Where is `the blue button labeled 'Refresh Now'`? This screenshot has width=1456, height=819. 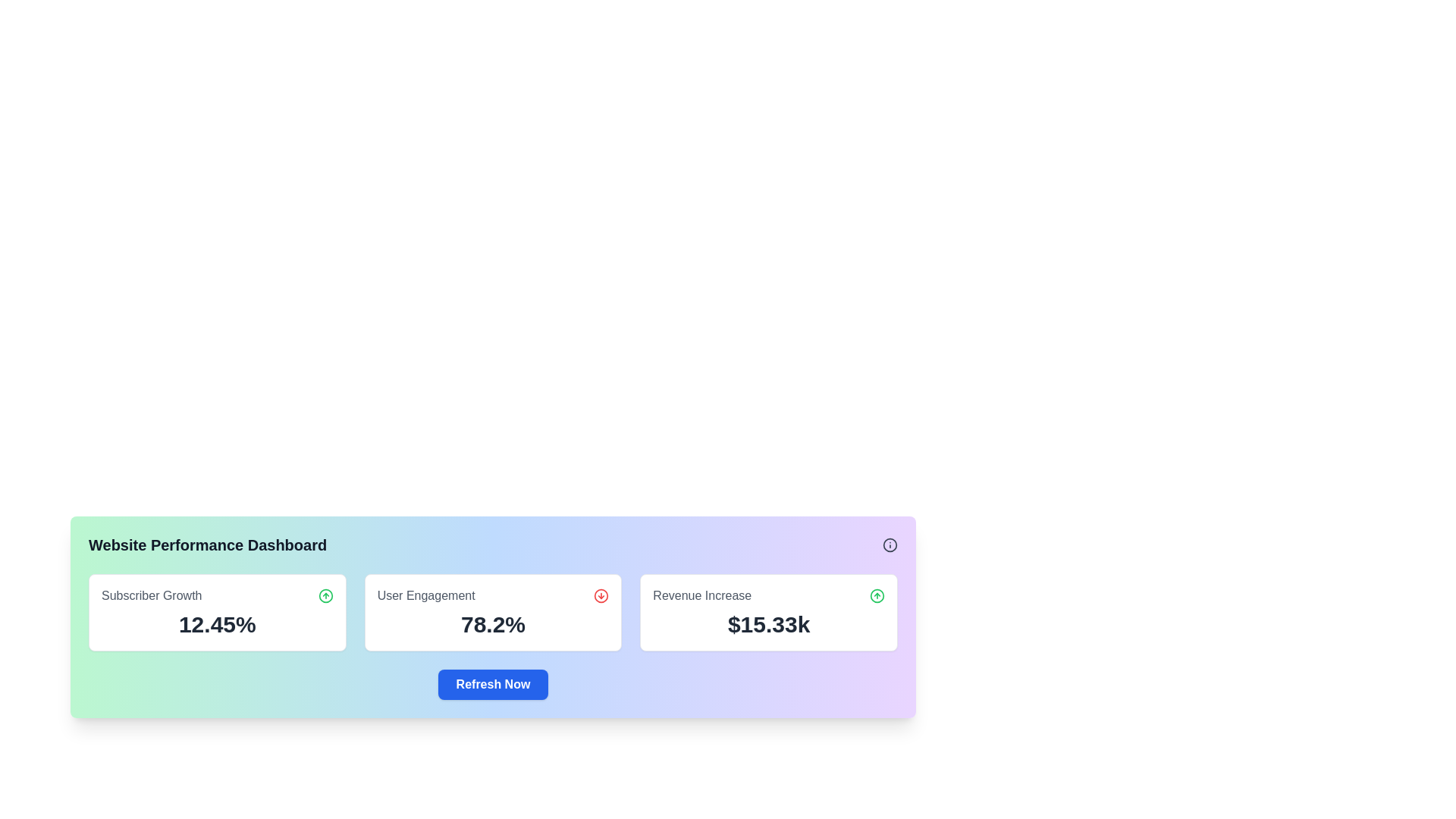
the blue button labeled 'Refresh Now' is located at coordinates (493, 684).